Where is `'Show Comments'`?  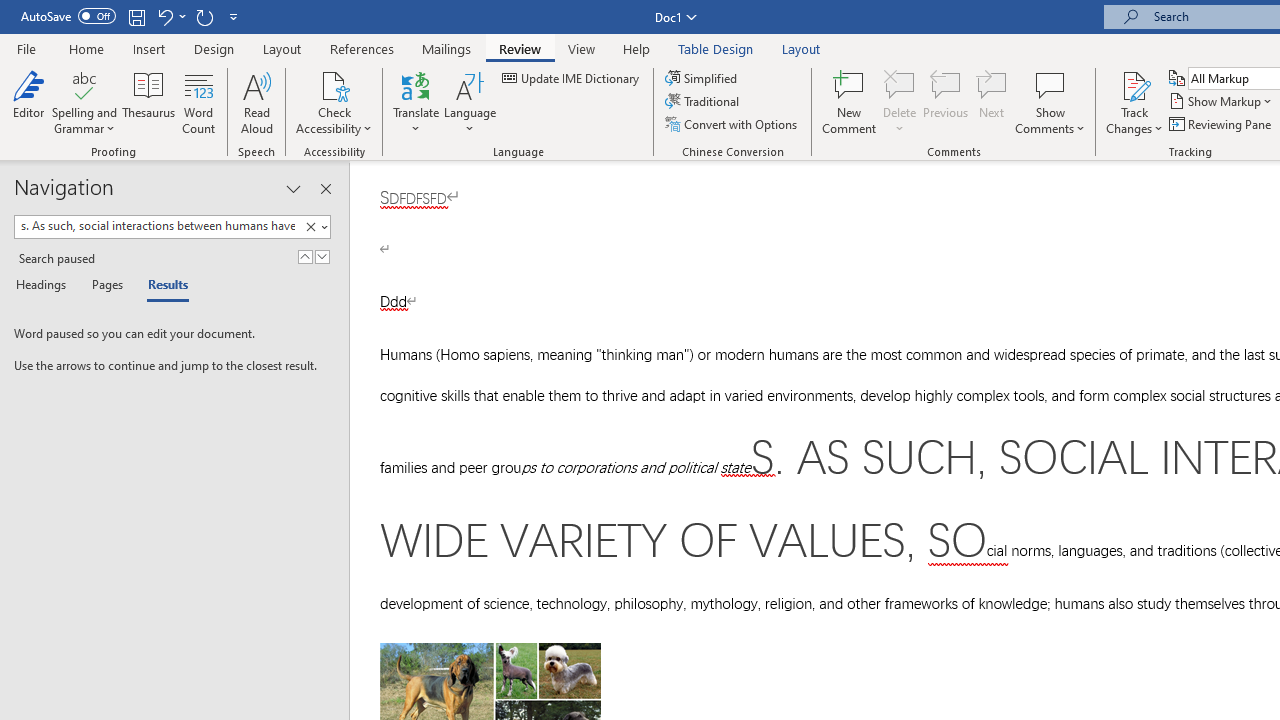 'Show Comments' is located at coordinates (1049, 103).